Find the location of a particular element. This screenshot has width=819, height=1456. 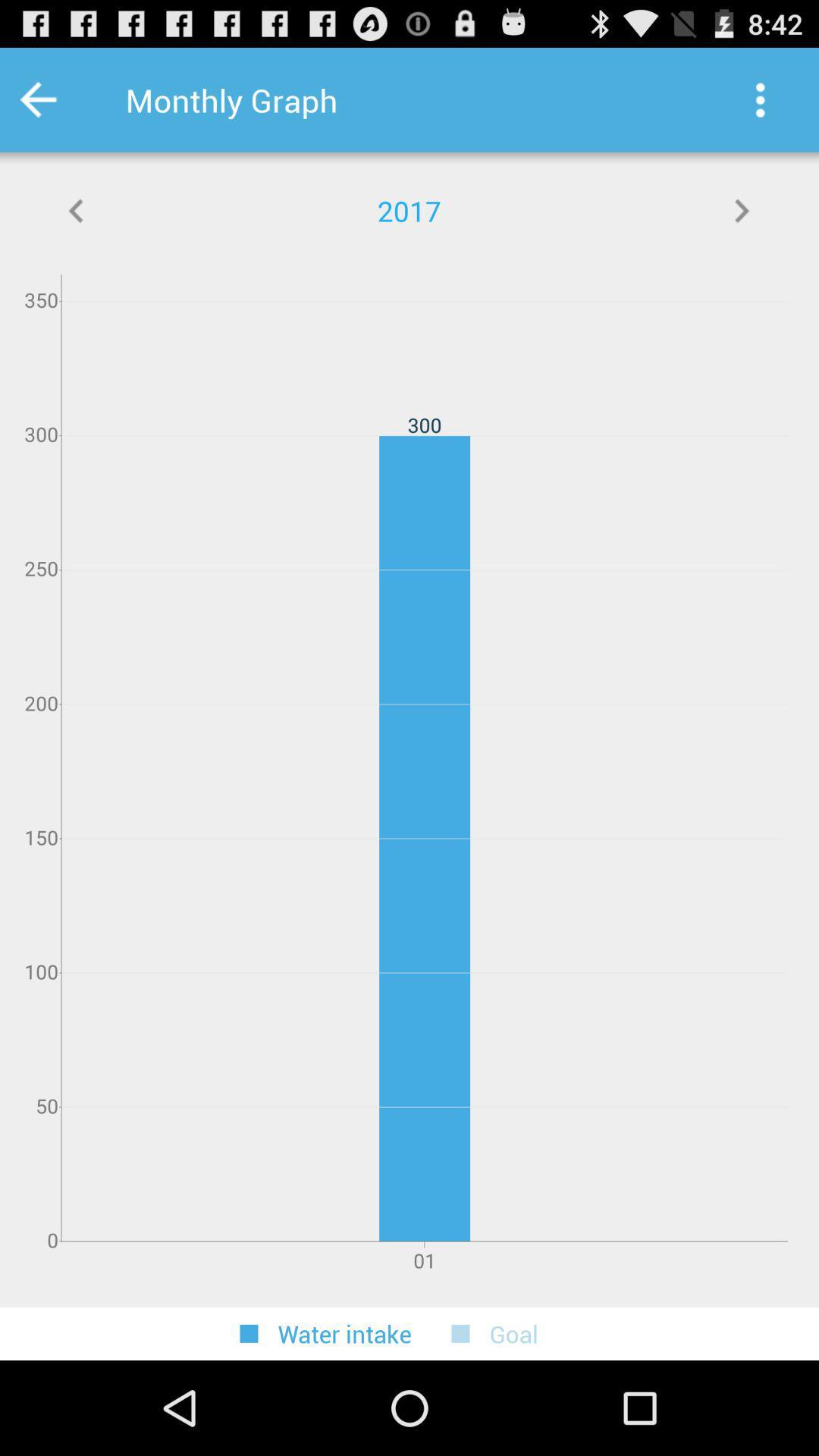

app to the left of the 2017 app is located at coordinates (77, 210).